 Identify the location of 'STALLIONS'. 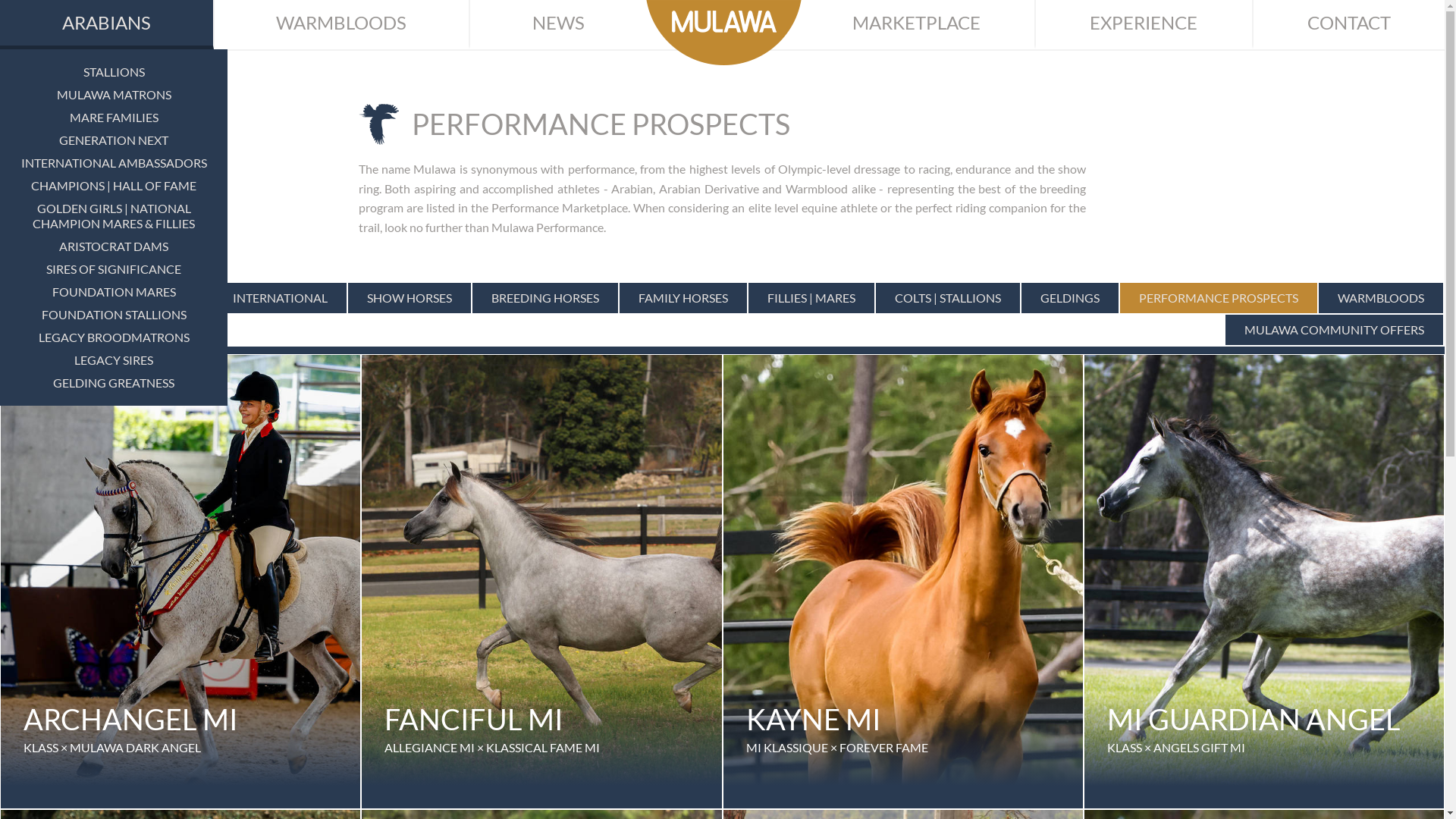
(112, 72).